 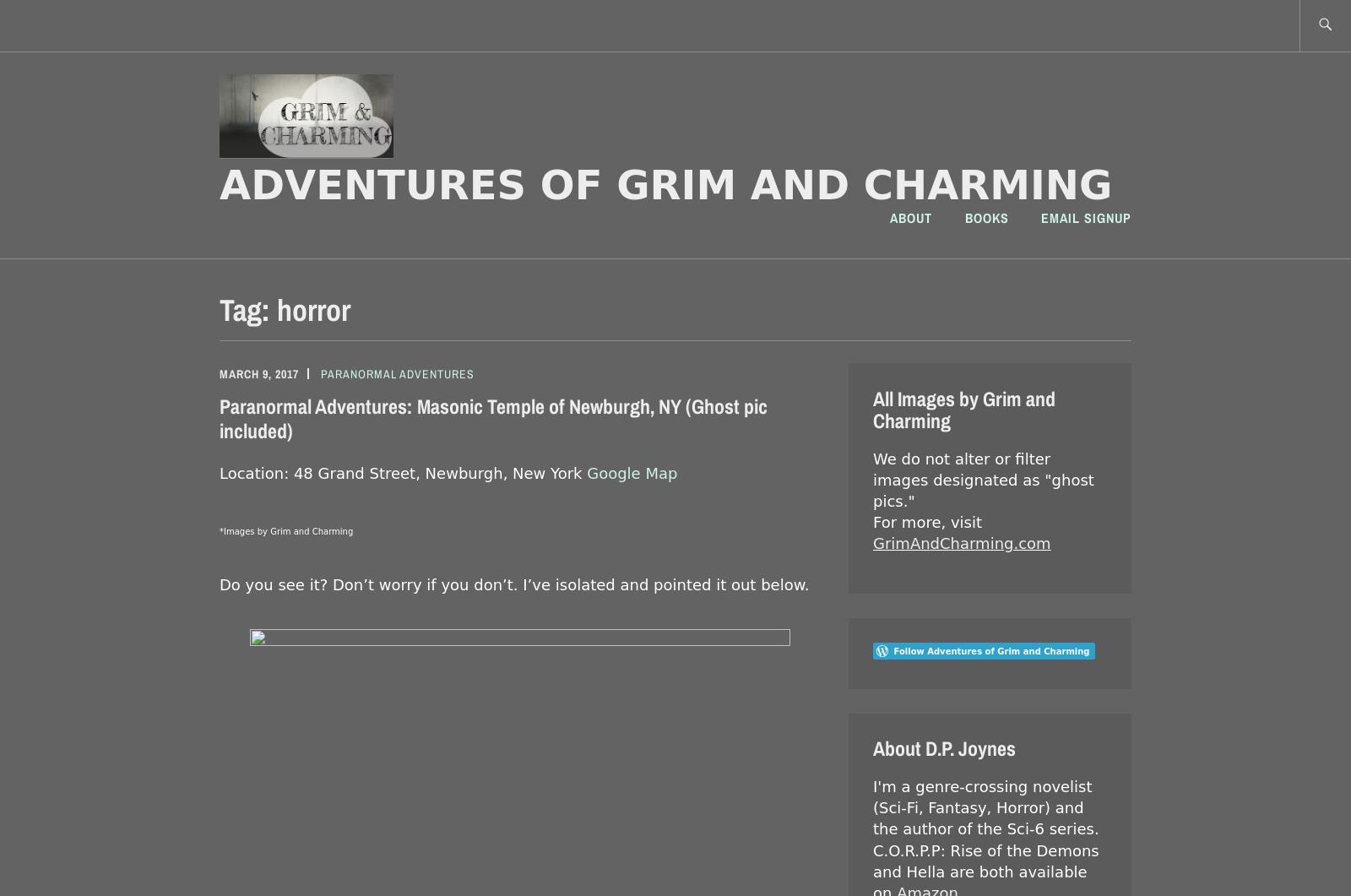 I want to click on 'GrimAndCharming.com', so click(x=962, y=542).